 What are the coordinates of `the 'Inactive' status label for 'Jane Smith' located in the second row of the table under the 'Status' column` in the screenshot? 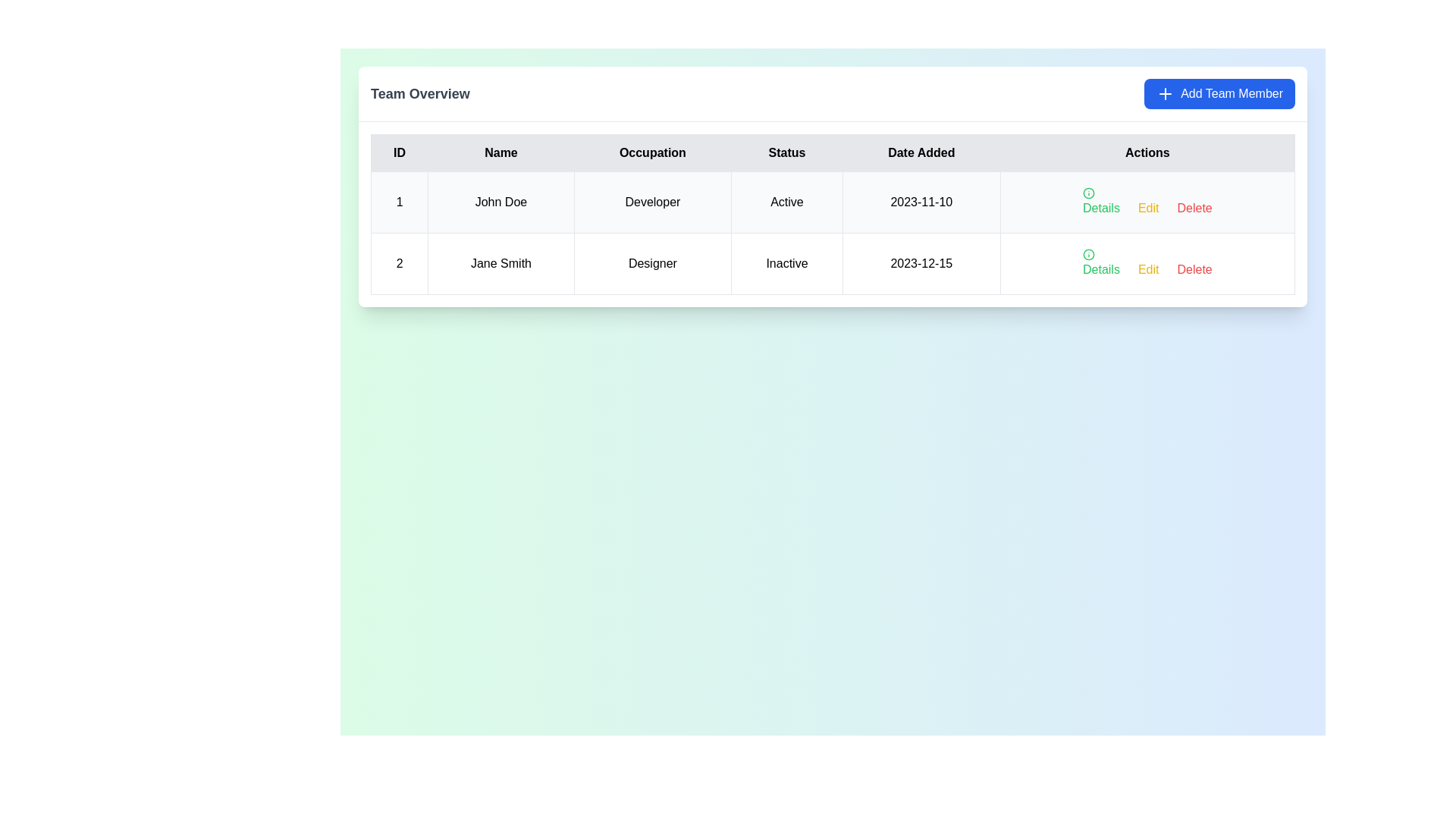 It's located at (786, 262).